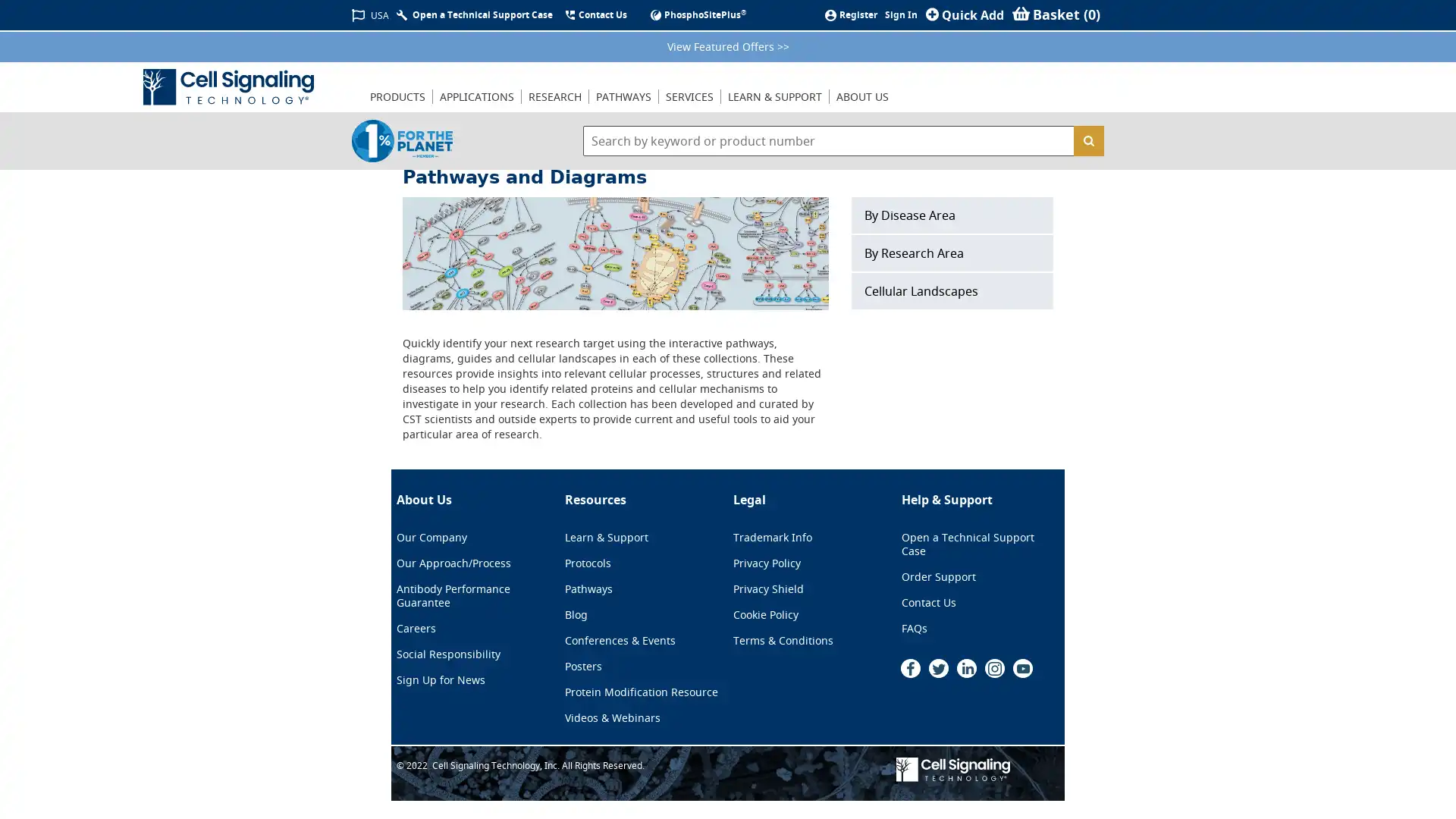  What do you see at coordinates (1087, 140) in the screenshot?
I see `search` at bounding box center [1087, 140].